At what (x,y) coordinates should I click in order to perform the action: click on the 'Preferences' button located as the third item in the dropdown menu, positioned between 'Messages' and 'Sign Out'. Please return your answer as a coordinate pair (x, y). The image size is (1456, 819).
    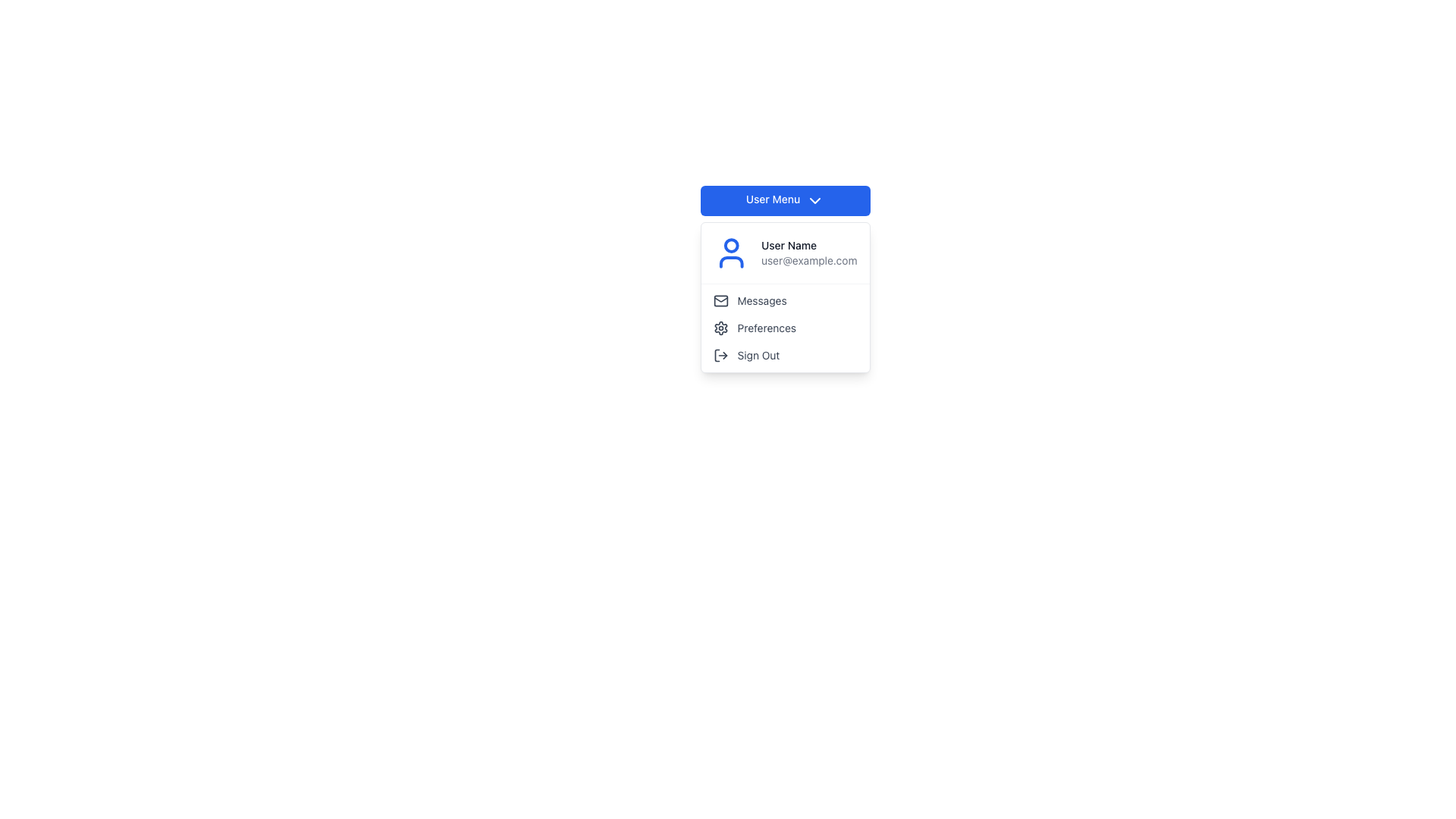
    Looking at the image, I should click on (785, 327).